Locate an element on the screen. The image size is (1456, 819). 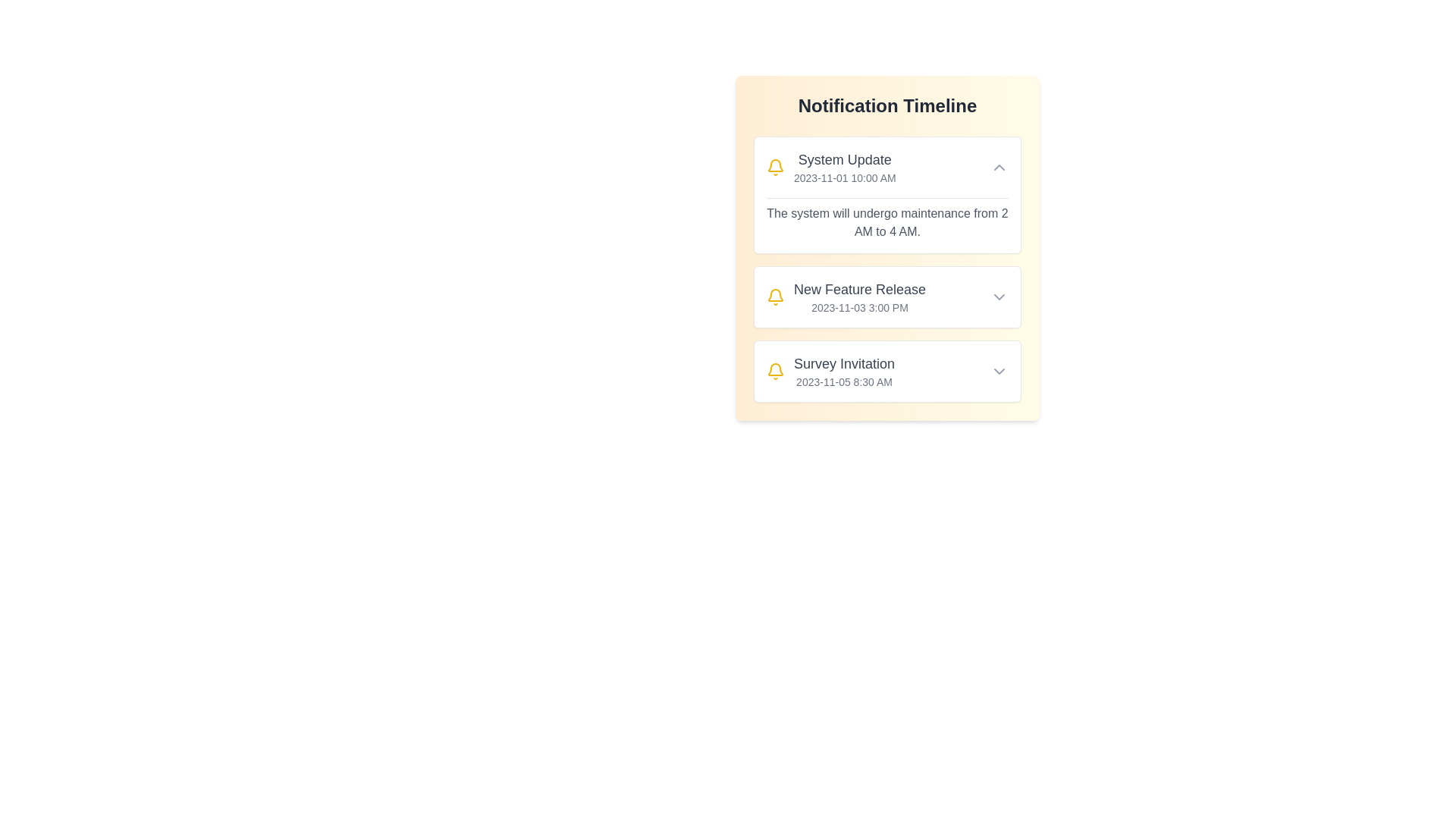
on the header notification entry that indicates a system update, displaying the title and timestamp is located at coordinates (830, 167).